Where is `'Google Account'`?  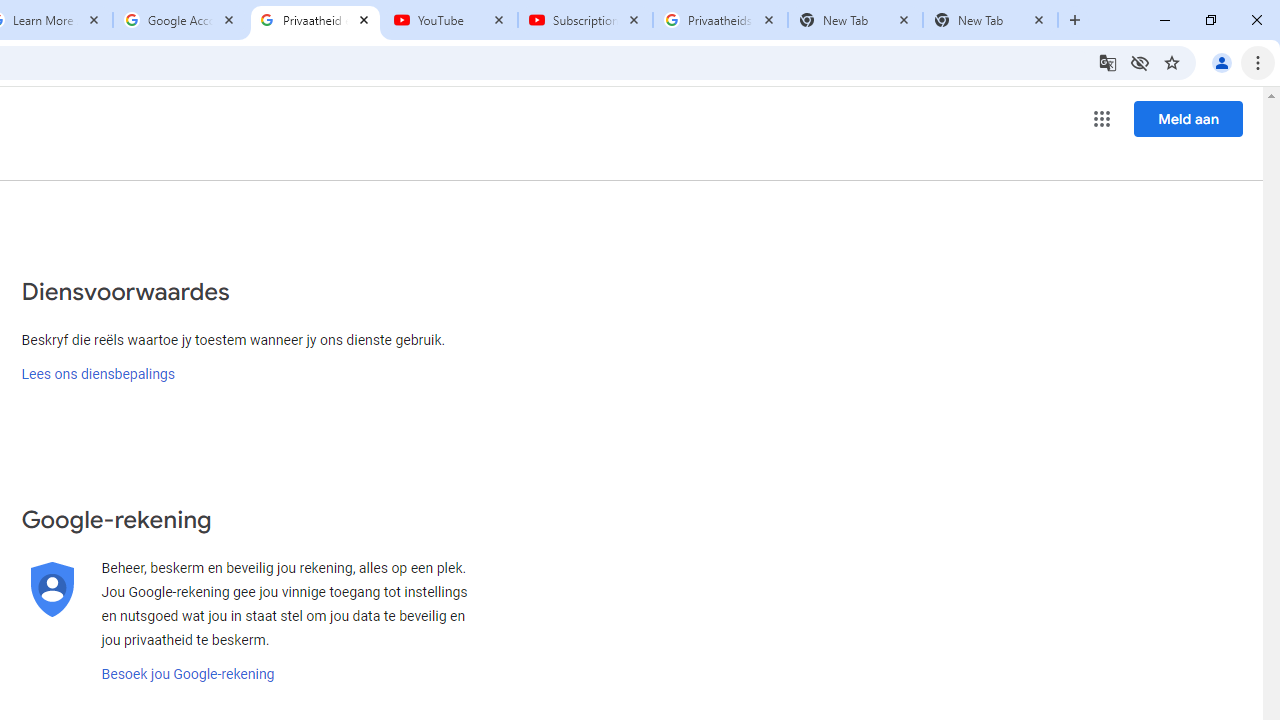
'Google Account' is located at coordinates (180, 20).